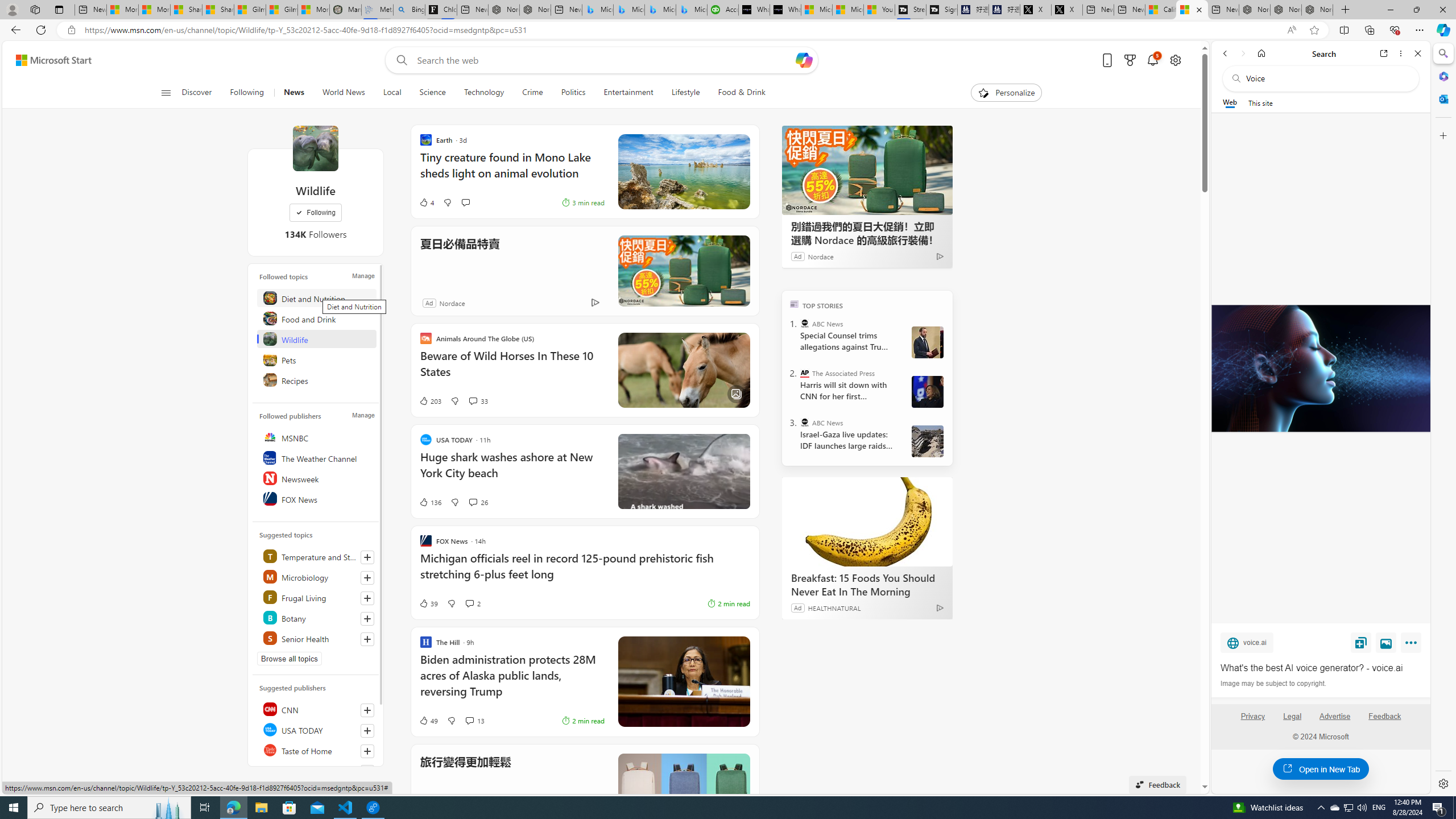 The image size is (1456, 819). I want to click on 'Entertainment', so click(628, 92).